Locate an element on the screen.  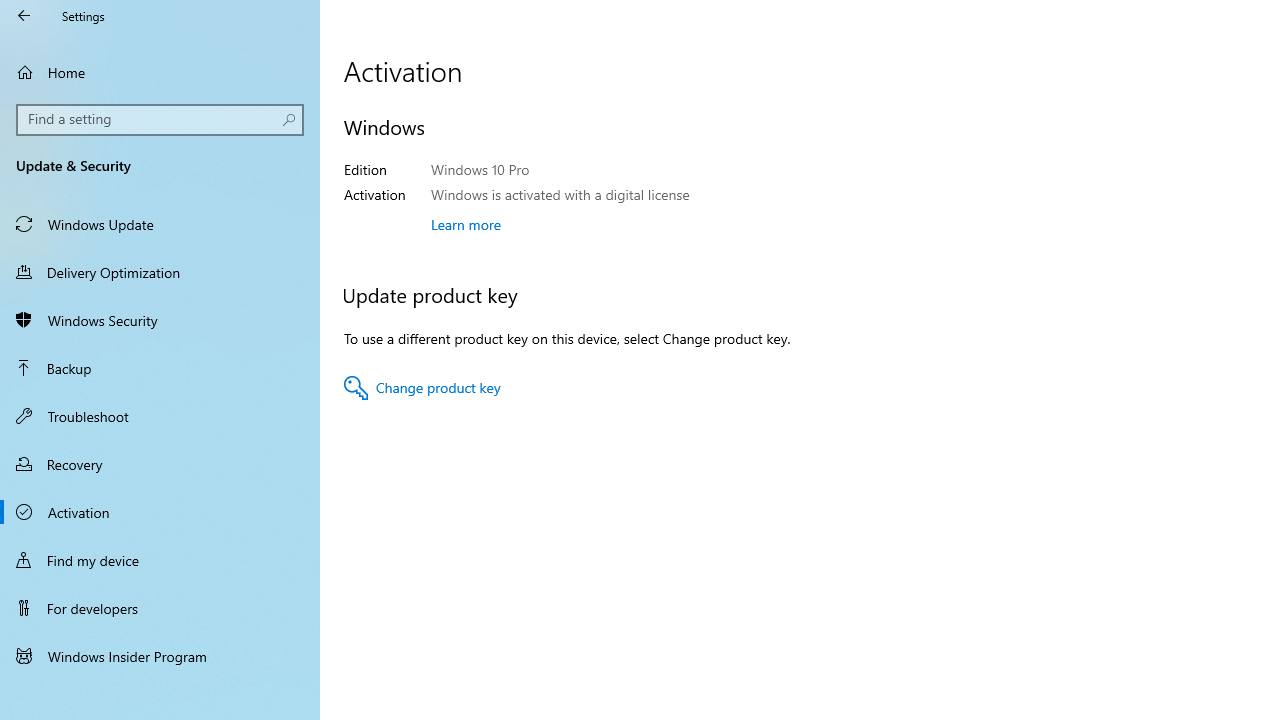
'Home' is located at coordinates (160, 71).